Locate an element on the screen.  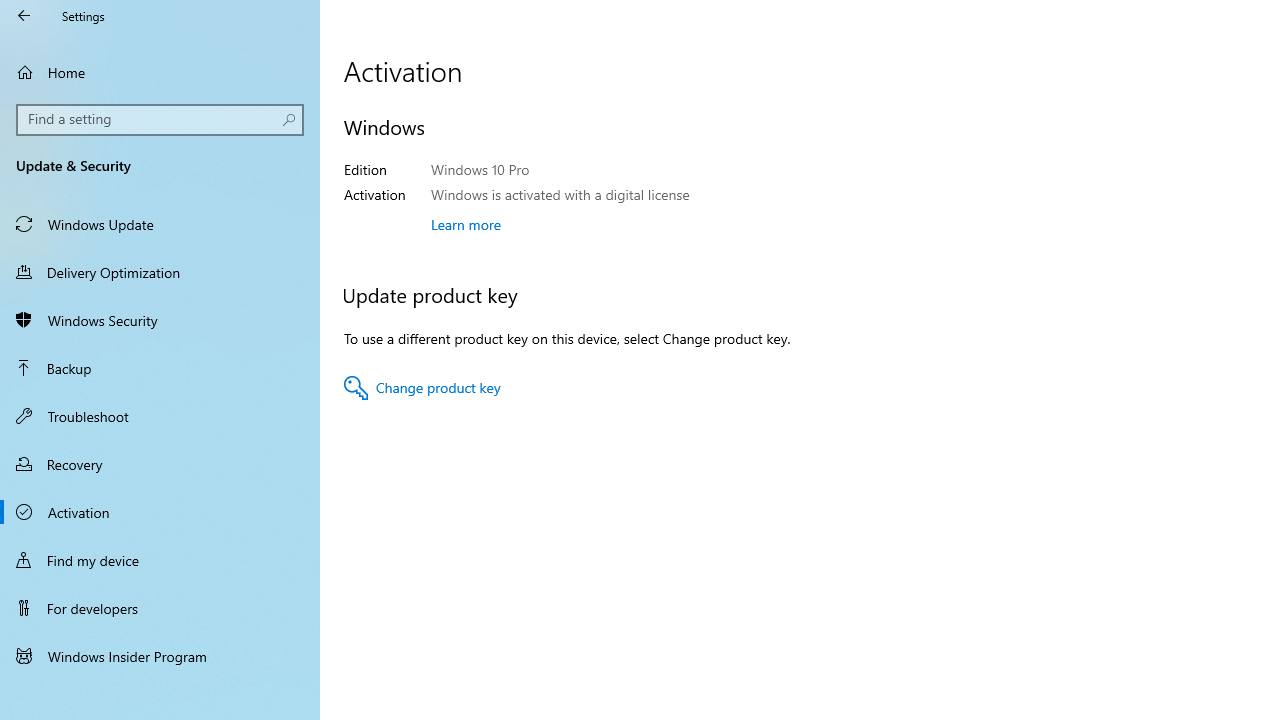
'Home' is located at coordinates (160, 71).